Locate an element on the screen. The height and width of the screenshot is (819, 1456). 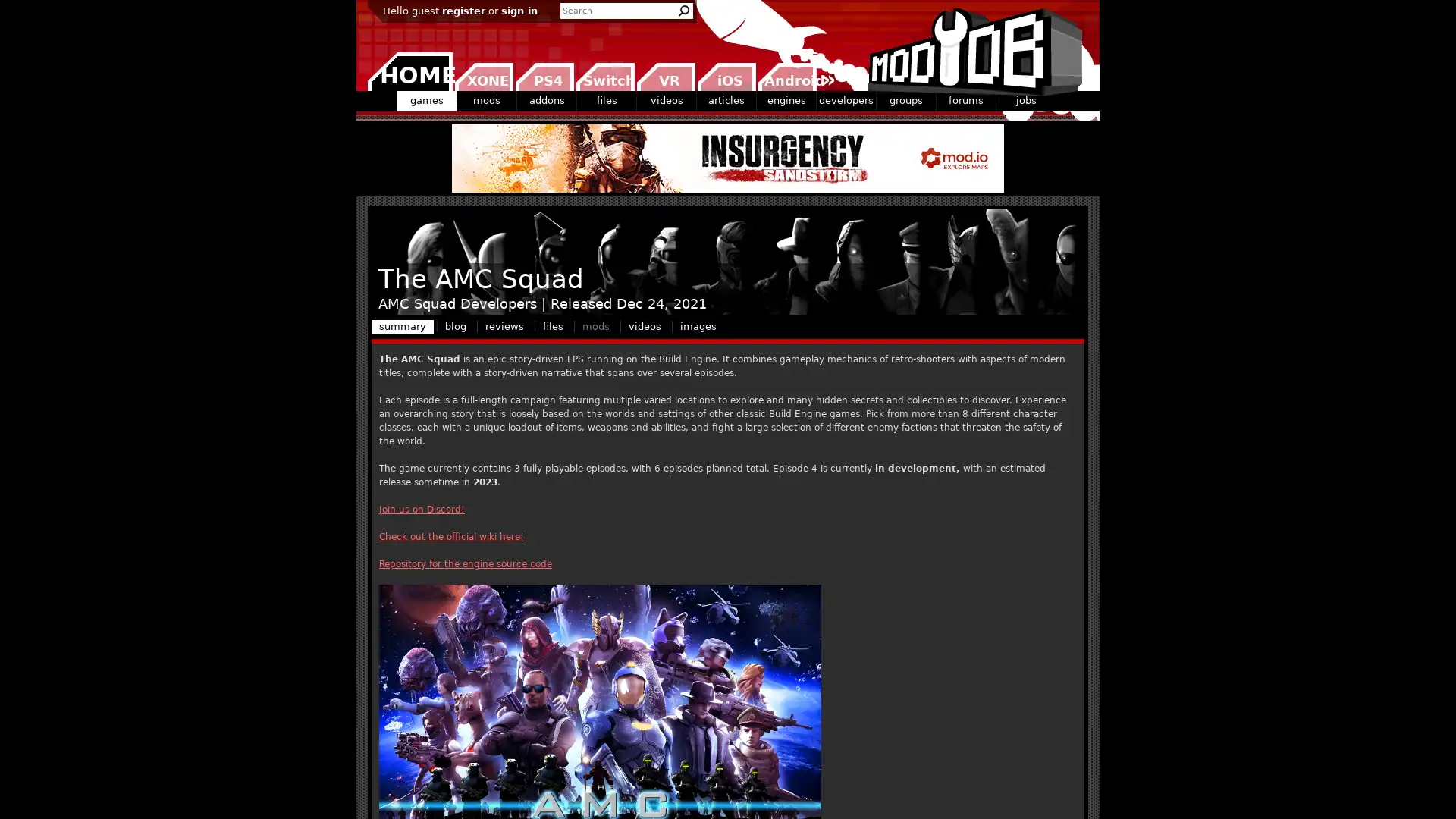
Search Mod DB is located at coordinates (683, 11).